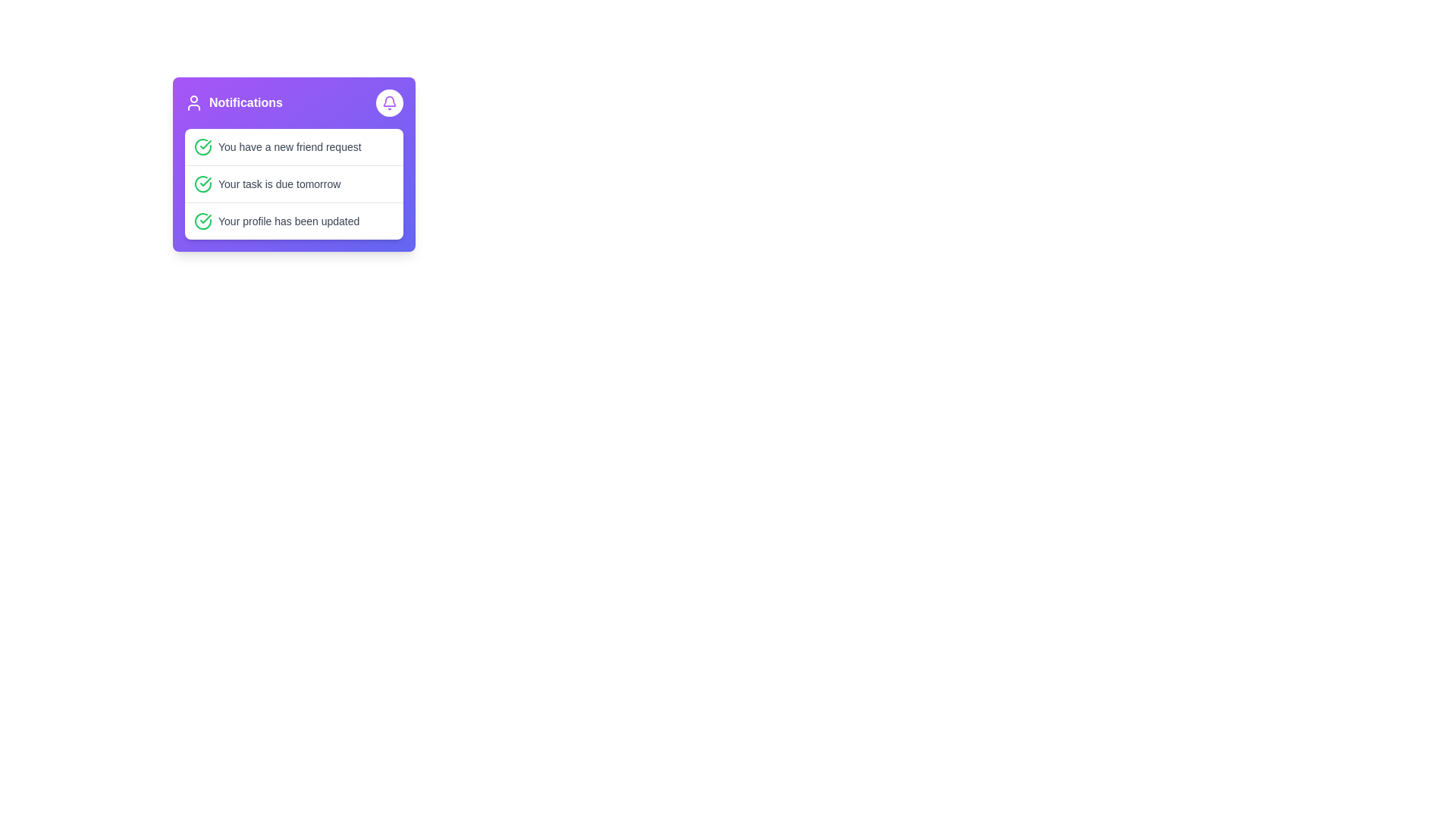 Image resolution: width=1456 pixels, height=819 pixels. Describe the element at coordinates (202, 221) in the screenshot. I see `the circular green-bordered icon with a checkmark located to the left of the text 'Your profile has been updated' in the Notifications section` at that location.